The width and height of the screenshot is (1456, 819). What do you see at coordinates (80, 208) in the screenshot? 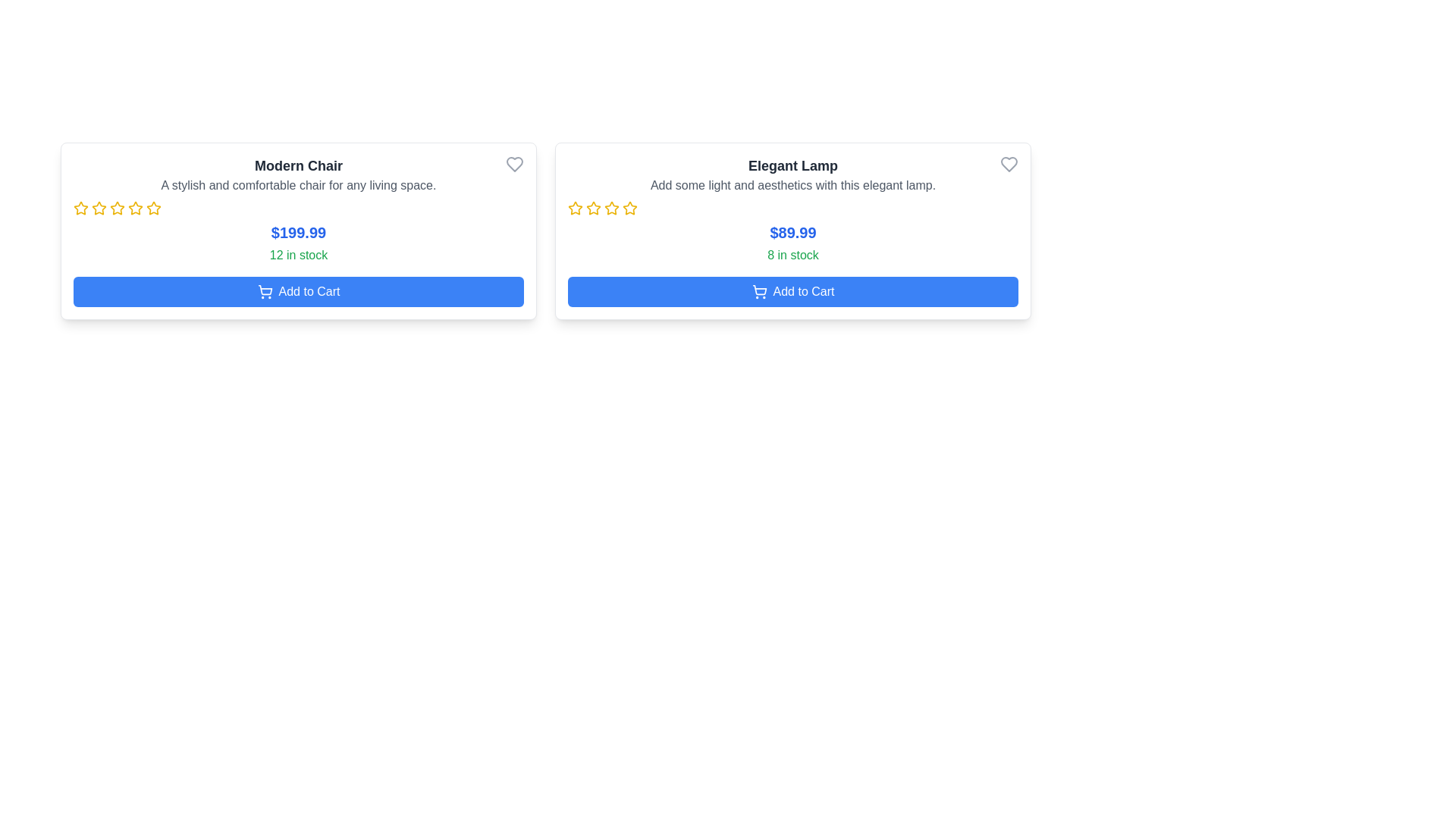
I see `the first star icon in the horizontal group of five rating indicators located beneath the product title and description in the Modern Chair product card` at bounding box center [80, 208].